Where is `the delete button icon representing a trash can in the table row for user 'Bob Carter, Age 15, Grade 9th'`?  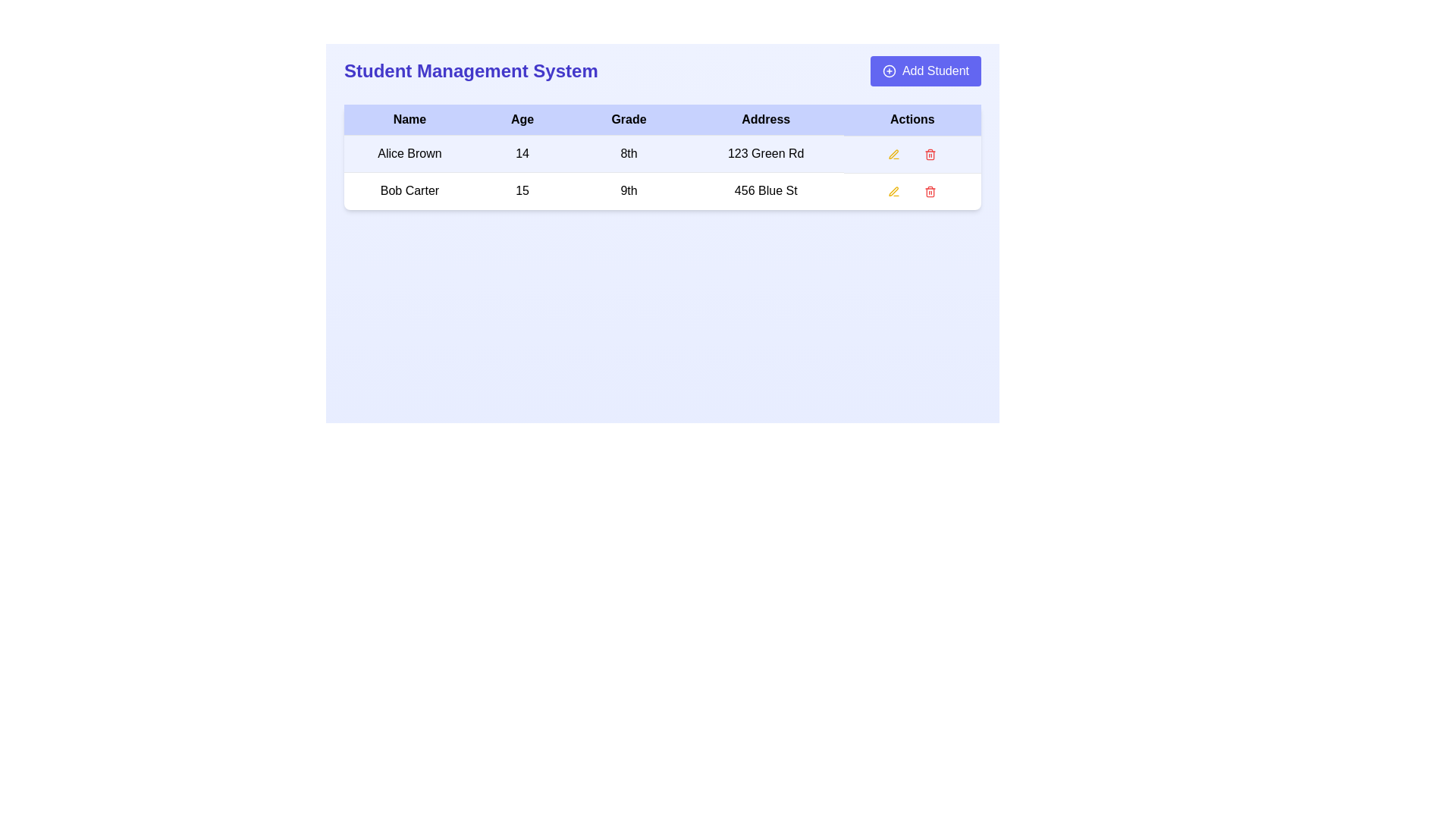
the delete button icon representing a trash can in the table row for user 'Bob Carter, Age 15, Grade 9th' is located at coordinates (930, 190).